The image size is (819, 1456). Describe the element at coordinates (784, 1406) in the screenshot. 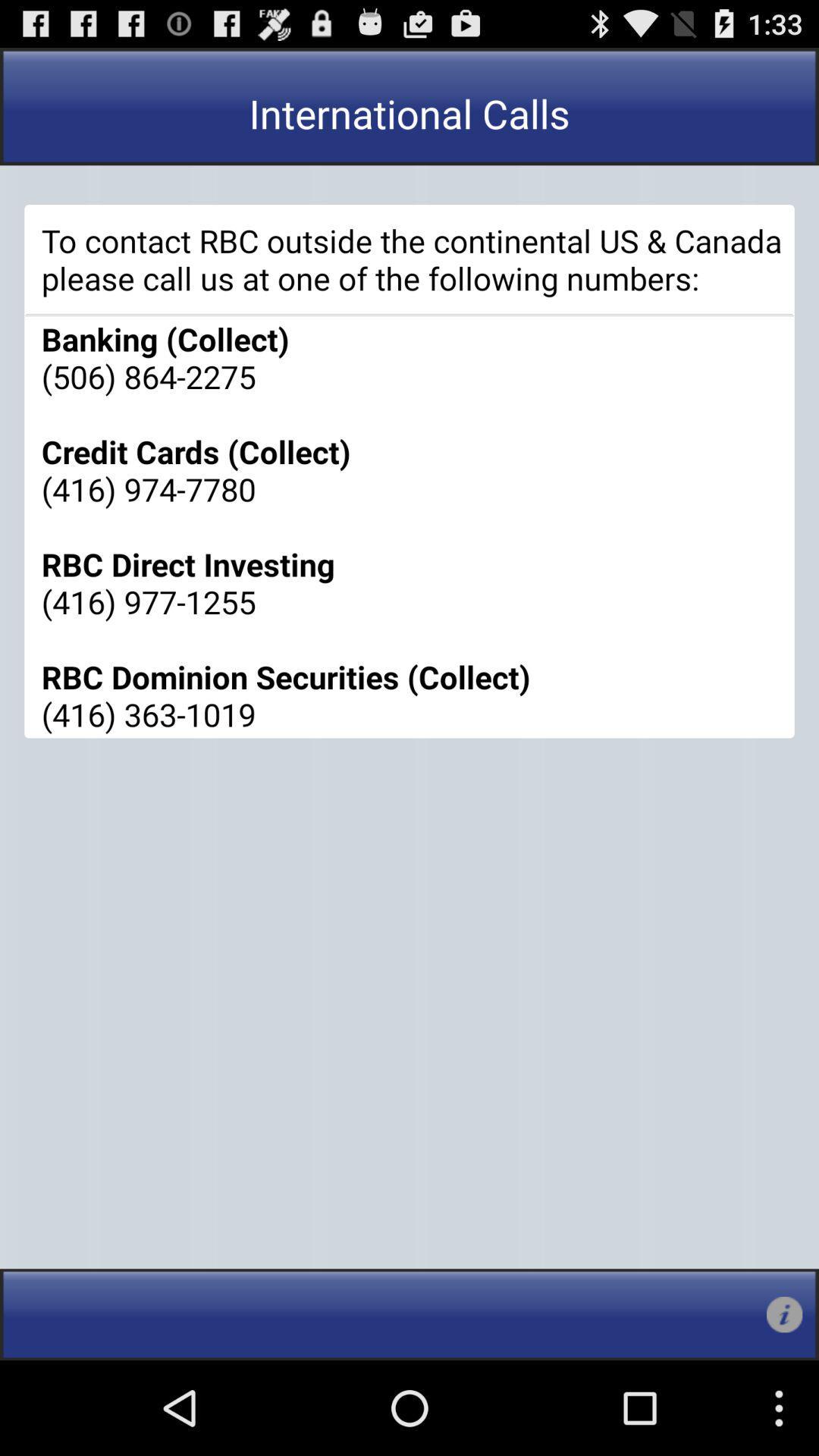

I see `the info icon` at that location.